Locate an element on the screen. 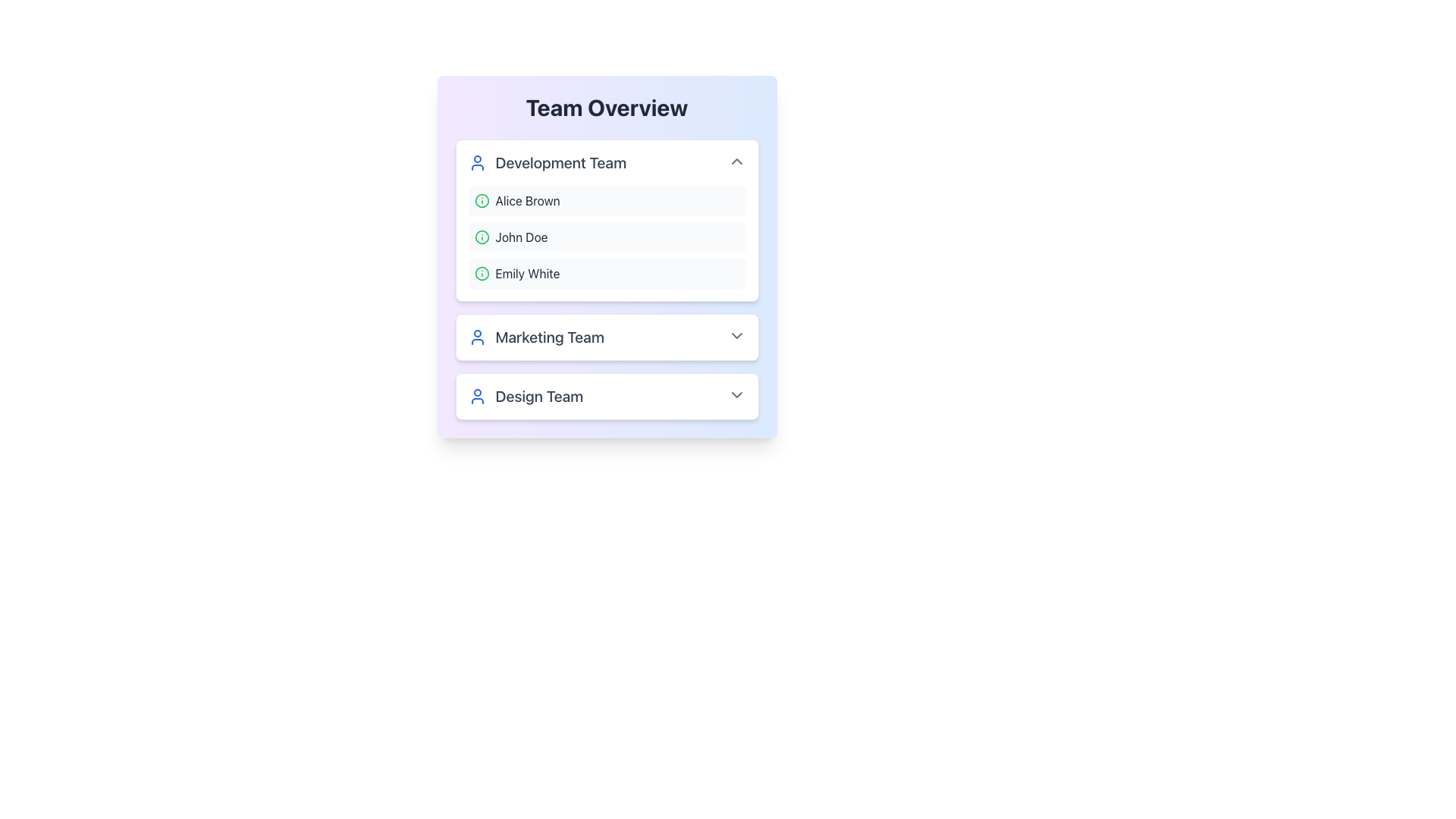  the informational icon located to the left of the text 'Emily White' is located at coordinates (481, 274).